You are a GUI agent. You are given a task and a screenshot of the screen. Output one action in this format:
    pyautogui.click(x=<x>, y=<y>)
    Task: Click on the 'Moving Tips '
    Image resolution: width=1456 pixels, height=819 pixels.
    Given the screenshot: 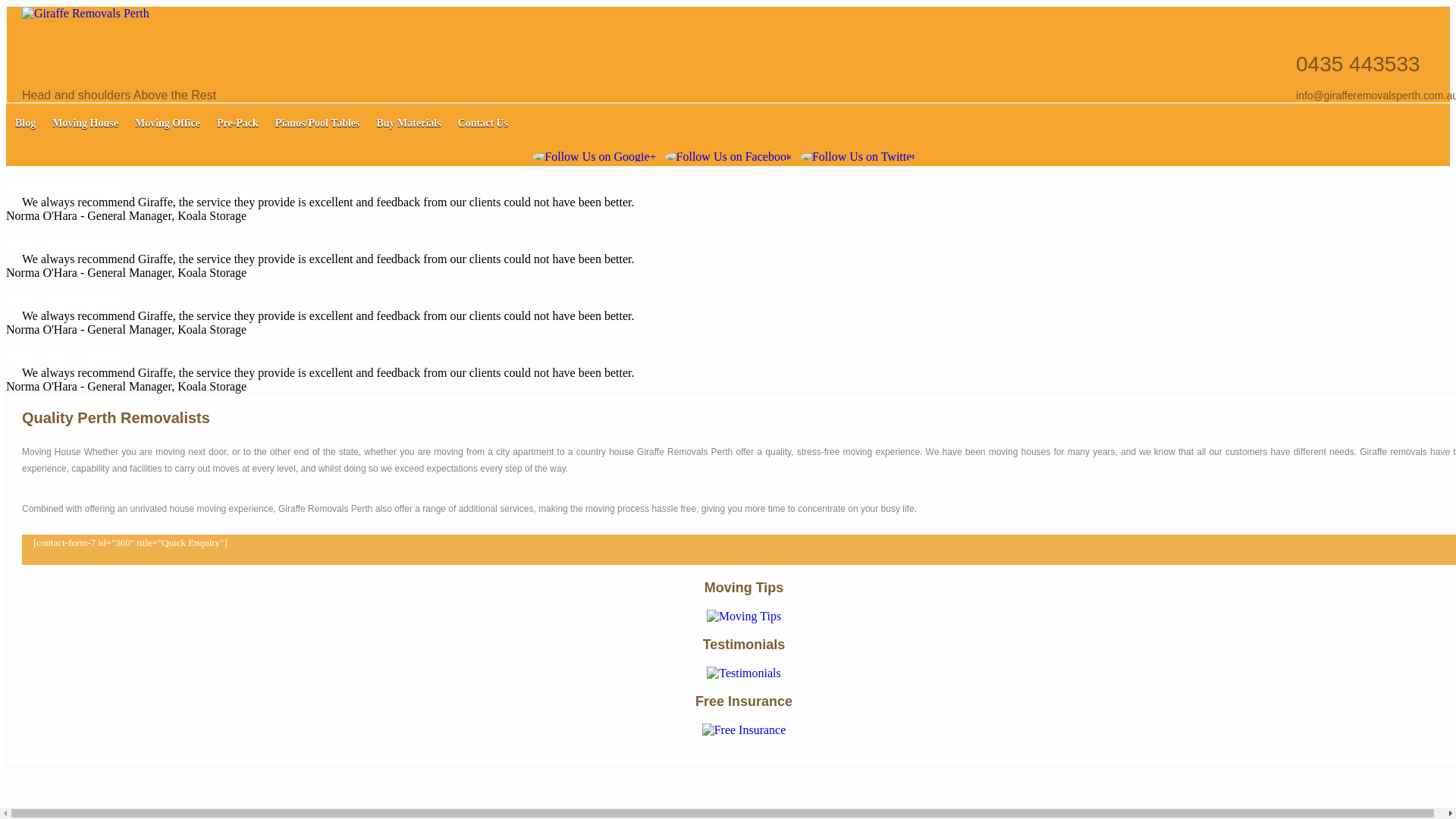 What is the action you would take?
    pyautogui.click(x=743, y=616)
    